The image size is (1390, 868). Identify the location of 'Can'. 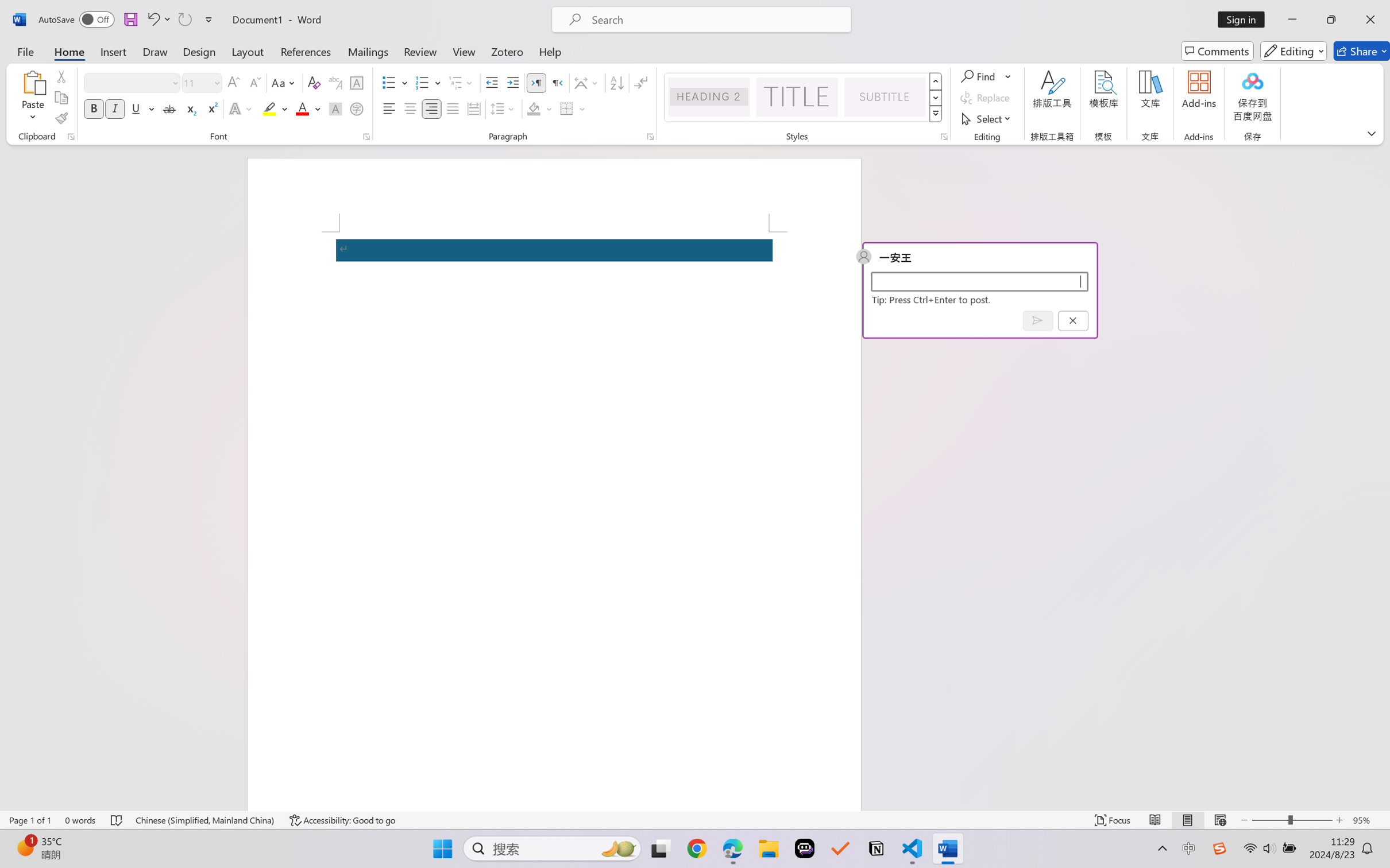
(184, 19).